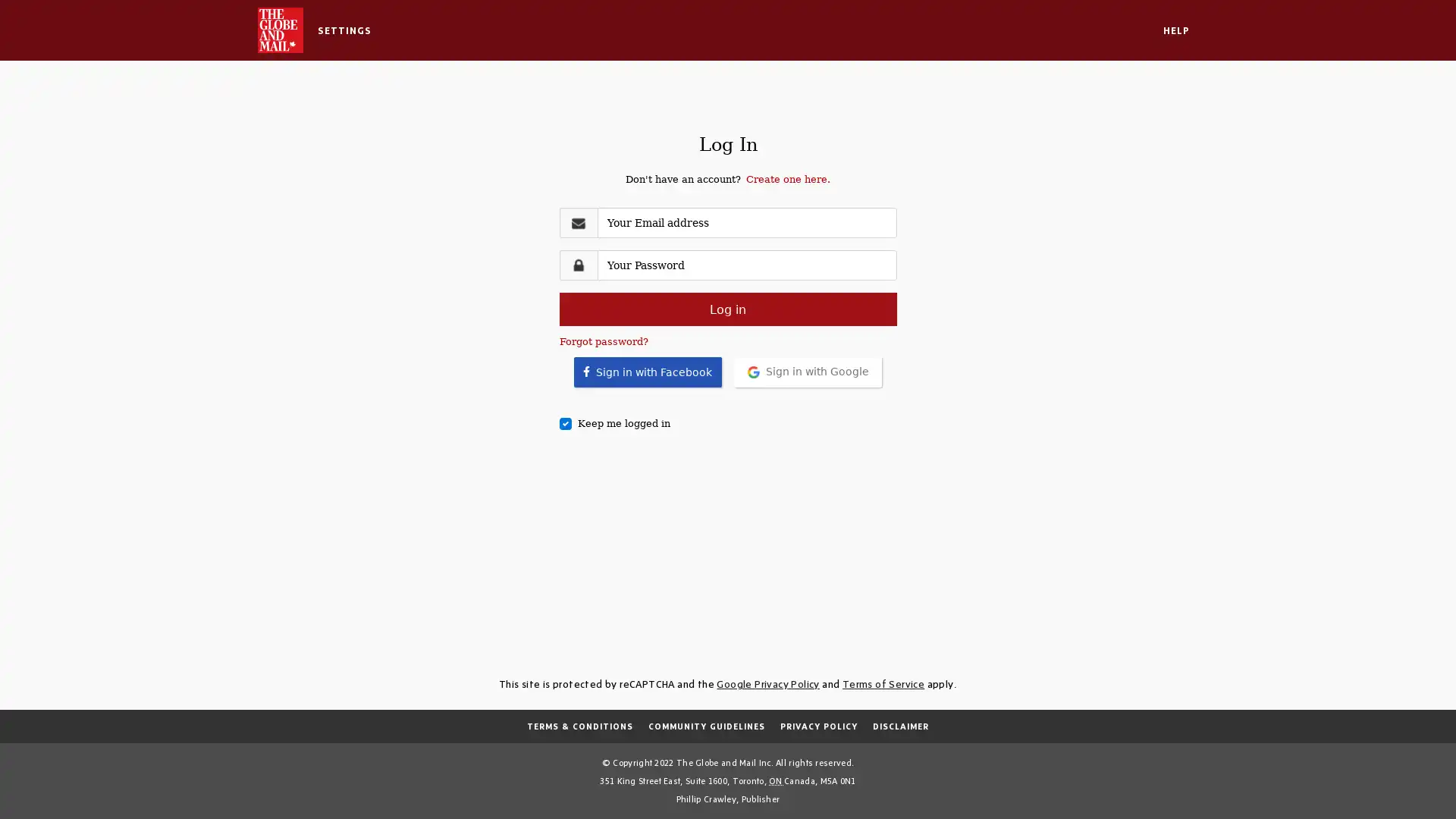  What do you see at coordinates (807, 372) in the screenshot?
I see `Sign in with Google` at bounding box center [807, 372].